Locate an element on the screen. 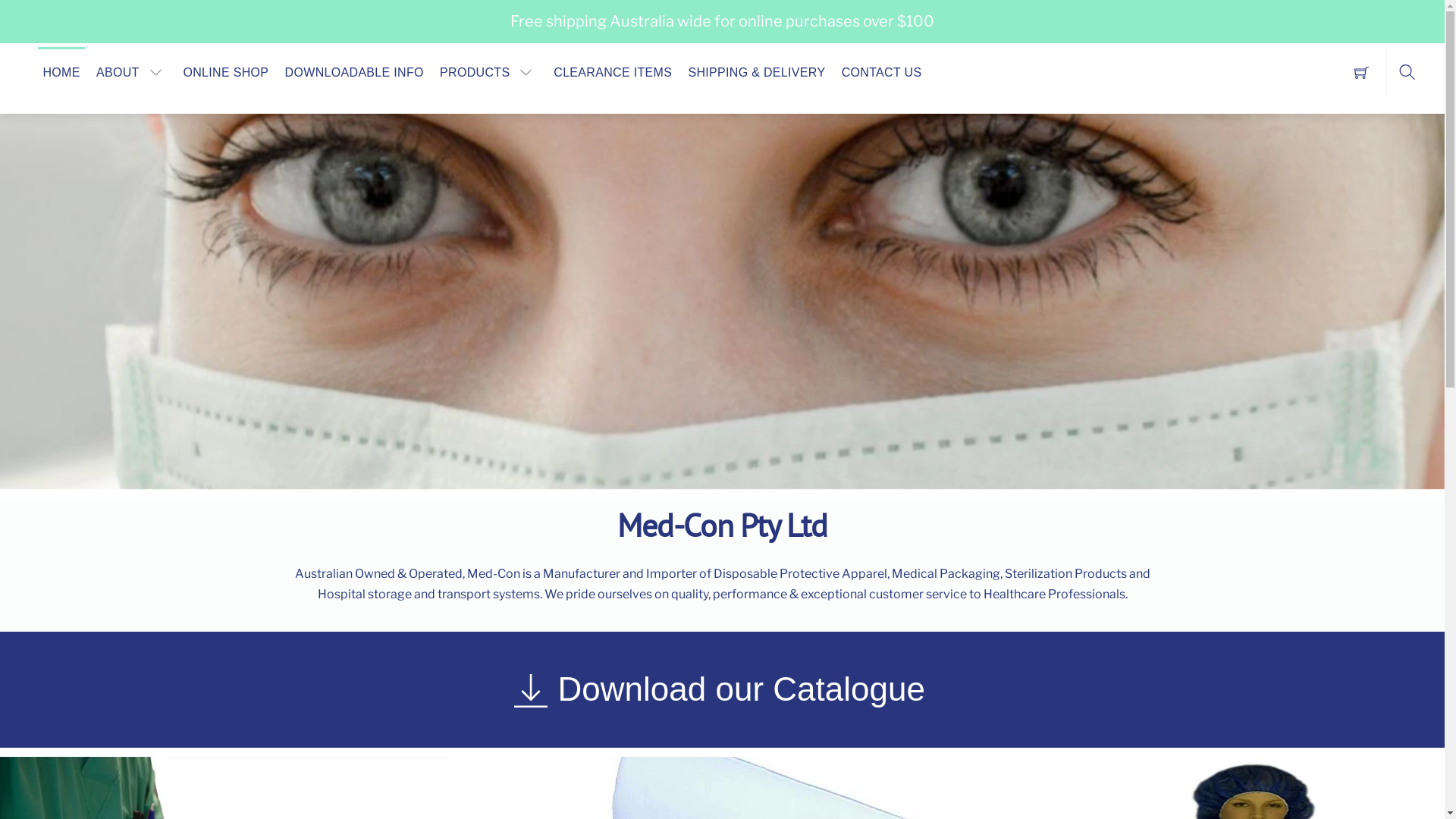  'Download our Catalogue' is located at coordinates (723, 689).